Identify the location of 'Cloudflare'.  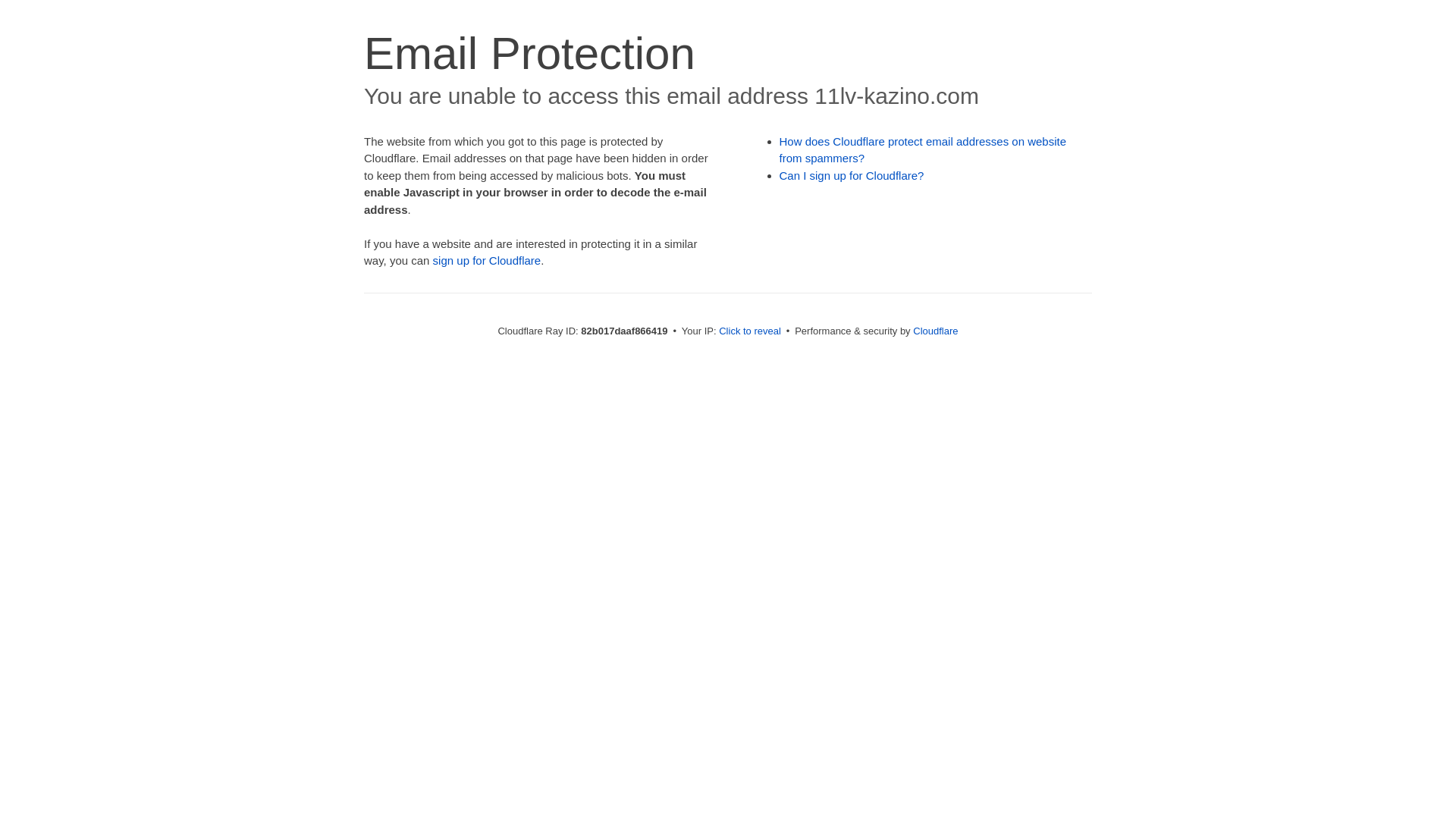
(934, 330).